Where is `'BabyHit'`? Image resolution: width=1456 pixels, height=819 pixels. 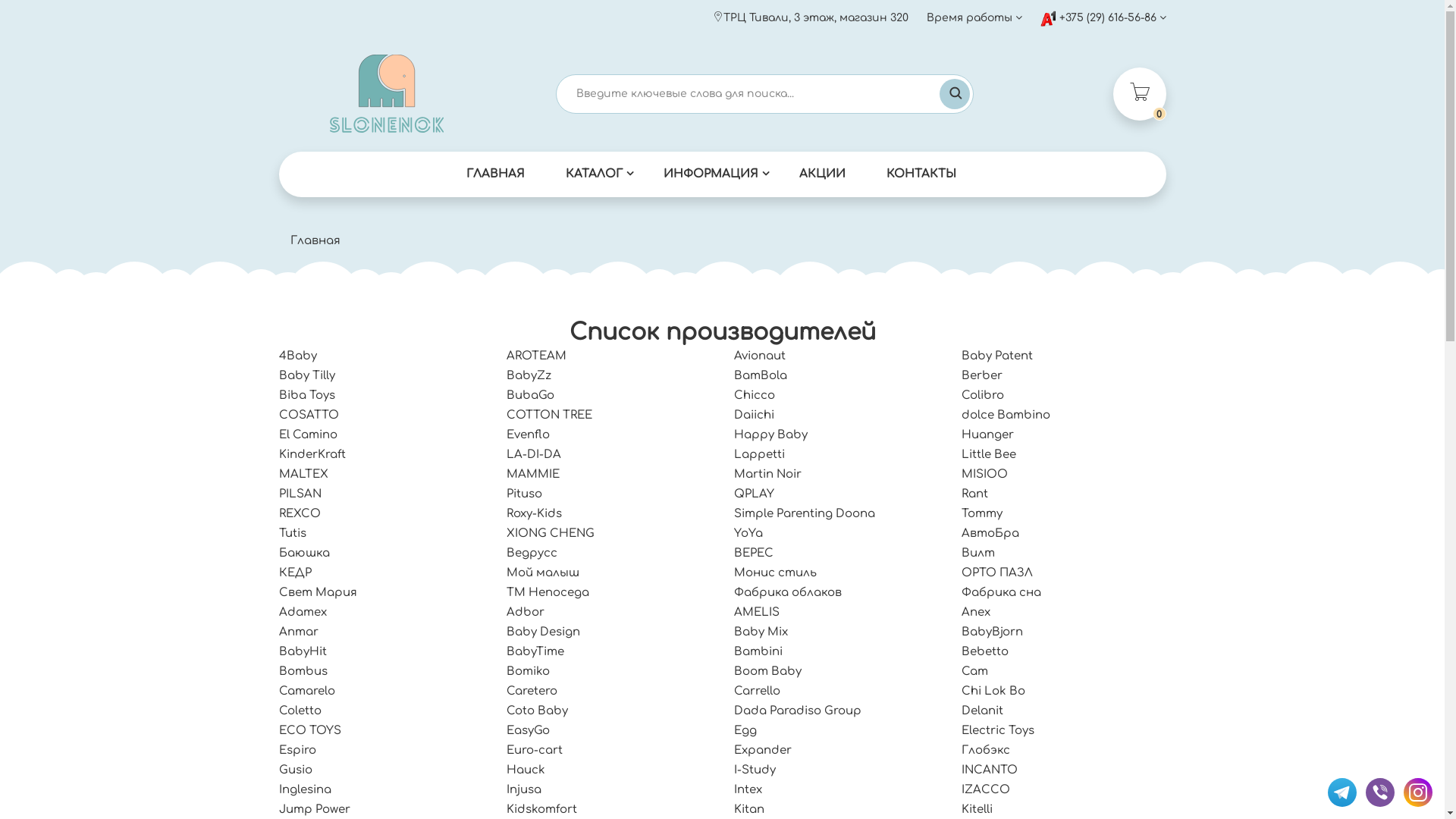
'BabyHit' is located at coordinates (303, 651).